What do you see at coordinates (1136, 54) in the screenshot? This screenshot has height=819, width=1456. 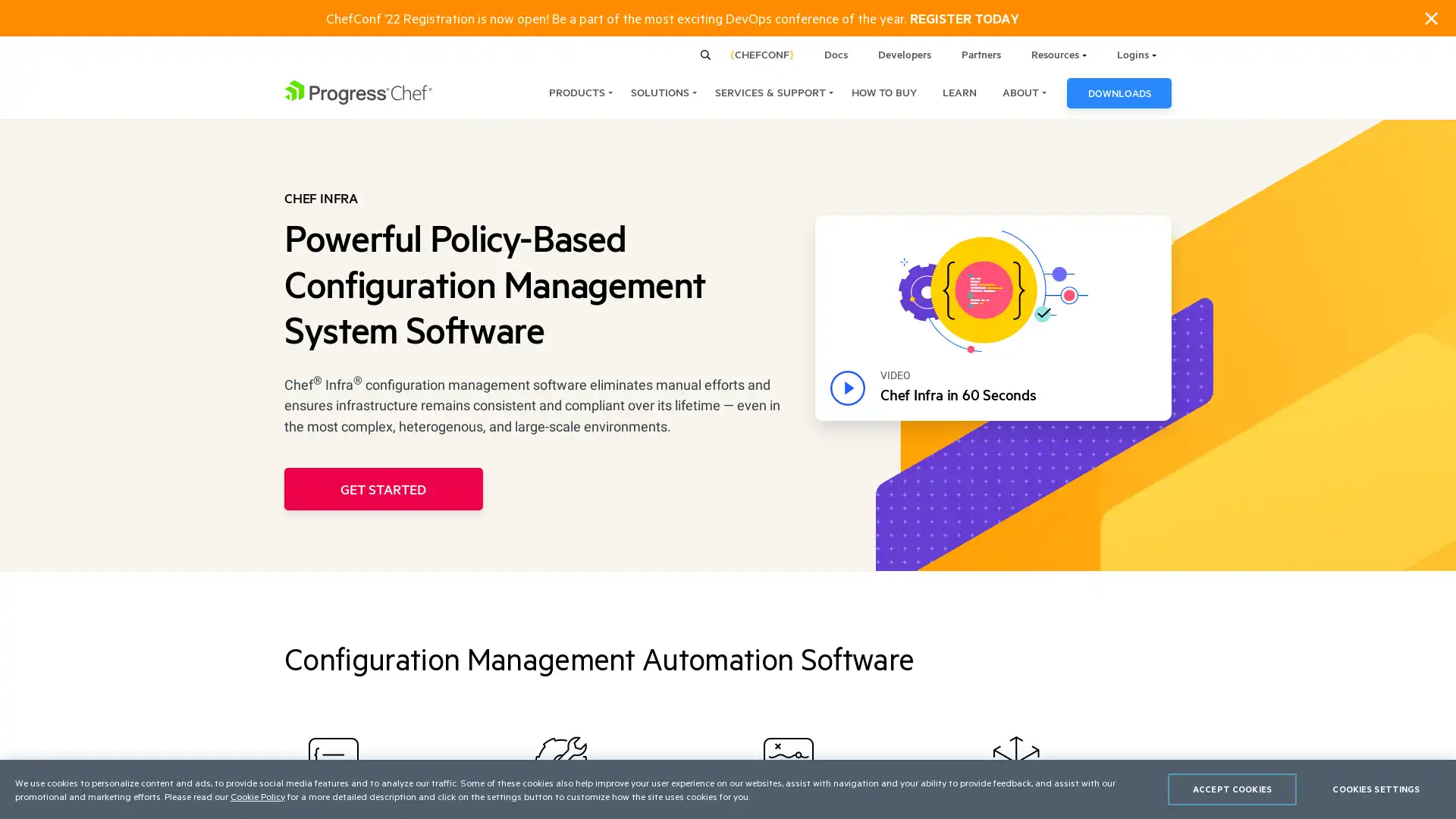 I see `Logins` at bounding box center [1136, 54].